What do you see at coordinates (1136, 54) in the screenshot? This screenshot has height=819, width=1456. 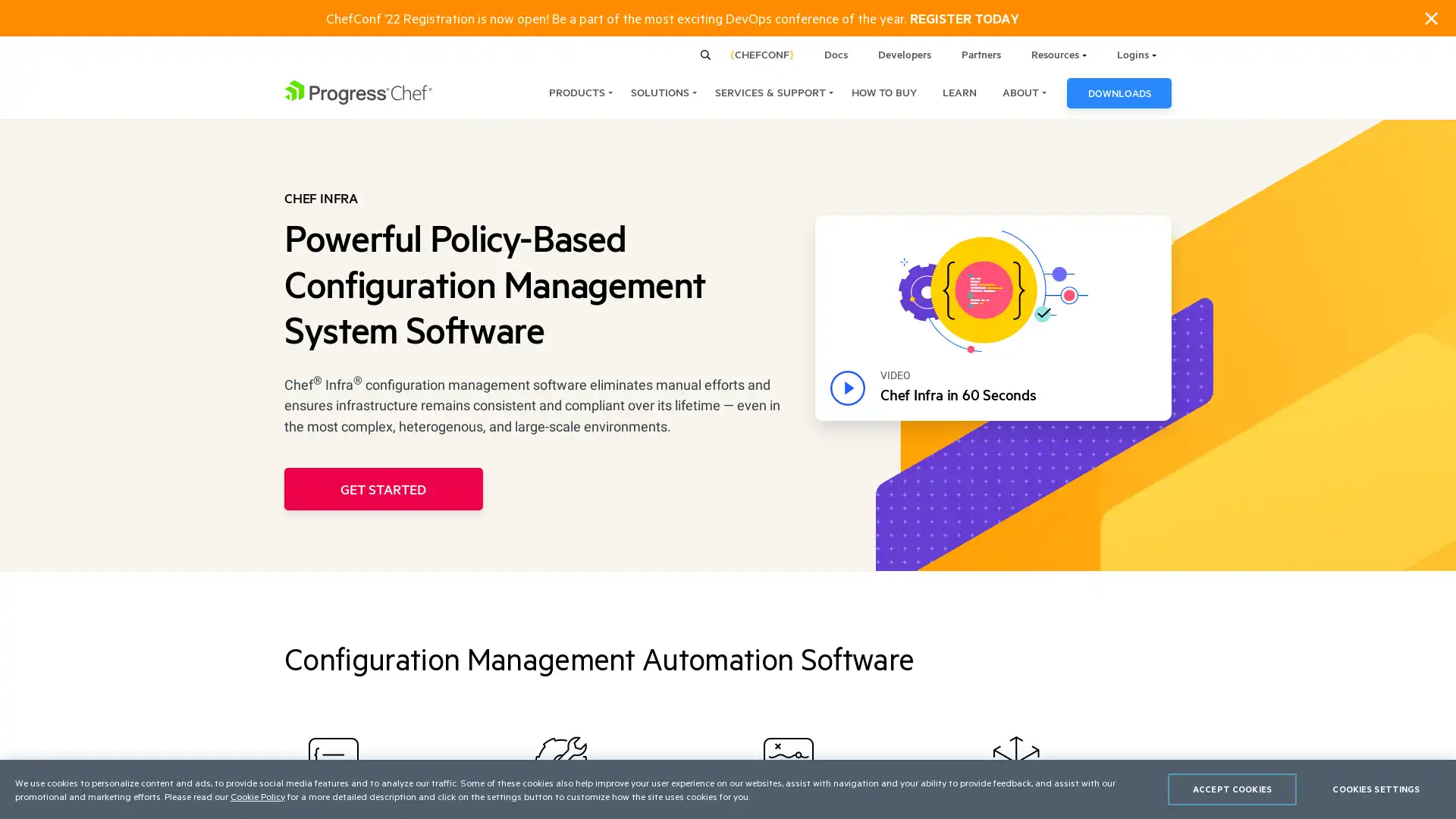 I see `Logins` at bounding box center [1136, 54].